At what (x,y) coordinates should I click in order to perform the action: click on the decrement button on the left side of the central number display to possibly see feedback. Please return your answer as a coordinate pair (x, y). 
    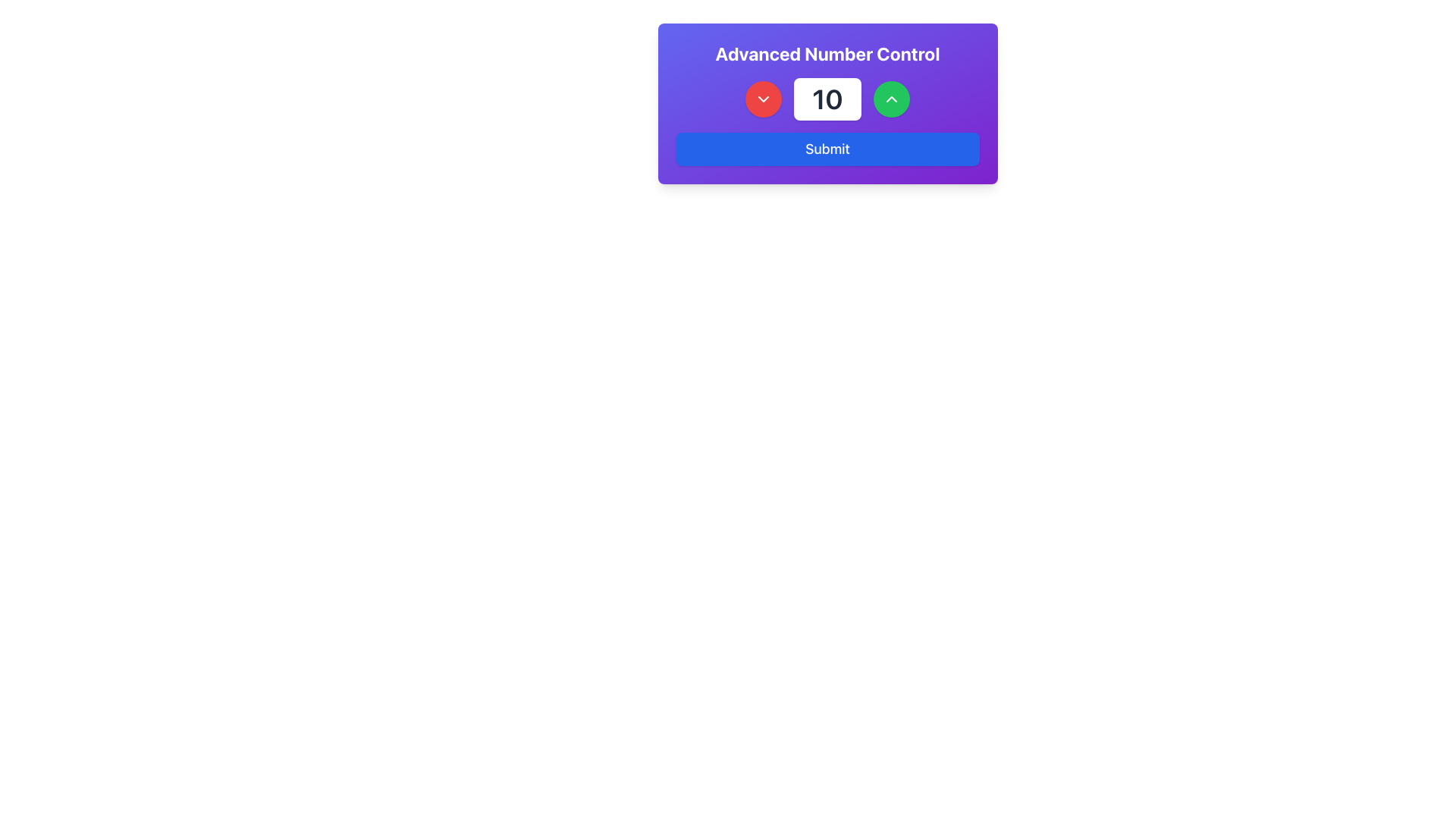
    Looking at the image, I should click on (764, 99).